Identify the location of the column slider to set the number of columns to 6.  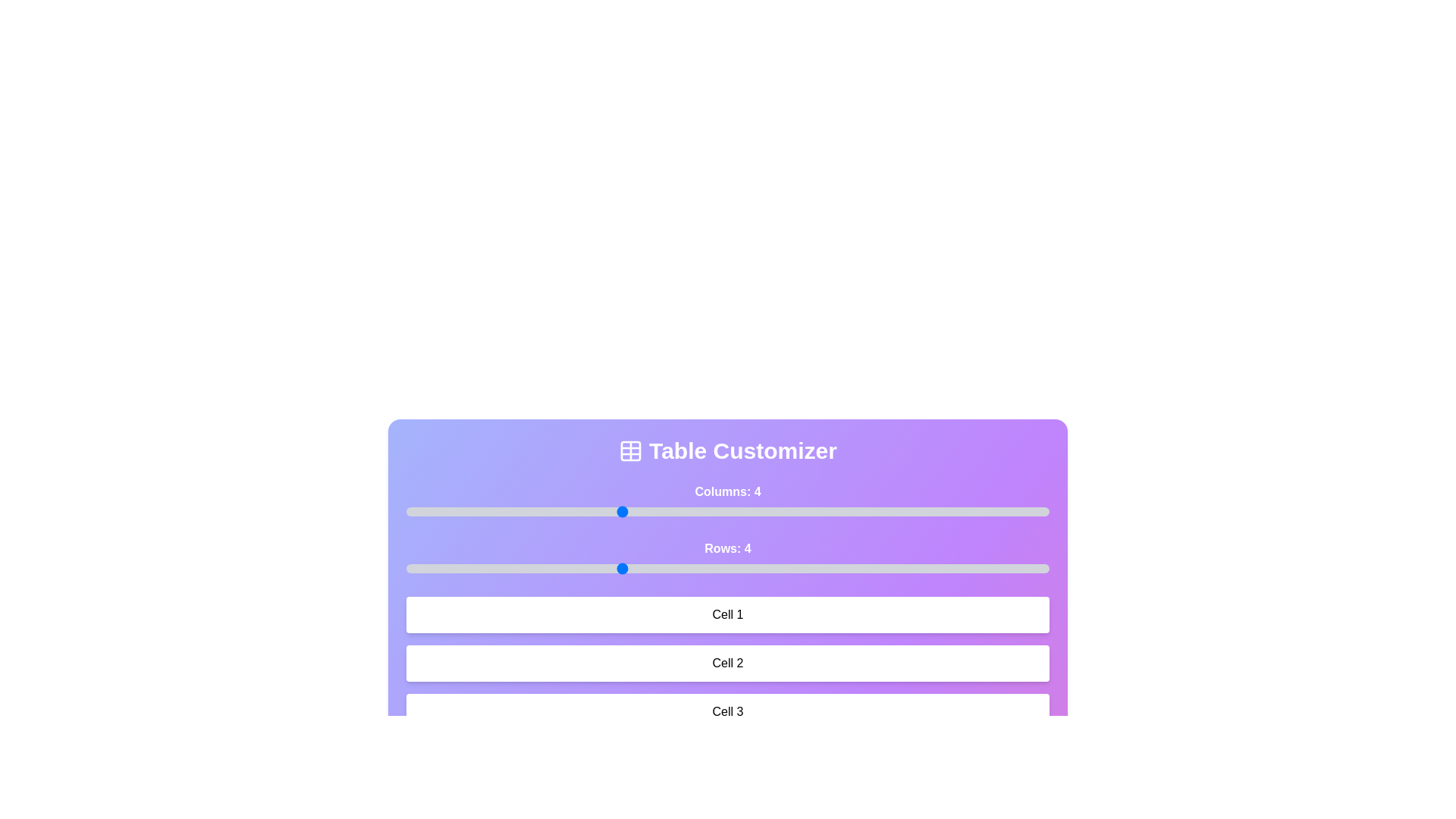
(834, 512).